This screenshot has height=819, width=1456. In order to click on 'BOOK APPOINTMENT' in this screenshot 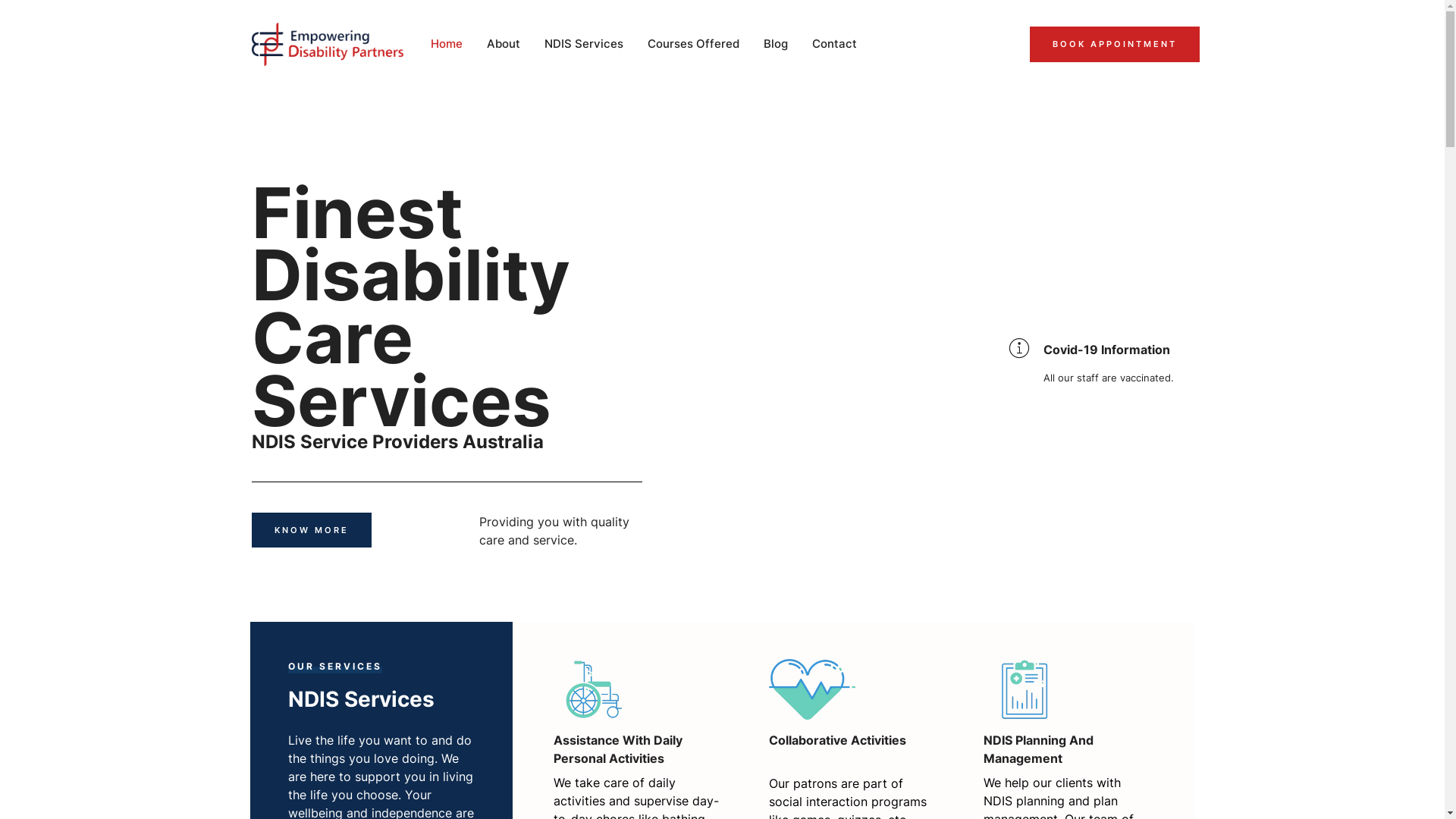, I will do `click(1114, 43)`.